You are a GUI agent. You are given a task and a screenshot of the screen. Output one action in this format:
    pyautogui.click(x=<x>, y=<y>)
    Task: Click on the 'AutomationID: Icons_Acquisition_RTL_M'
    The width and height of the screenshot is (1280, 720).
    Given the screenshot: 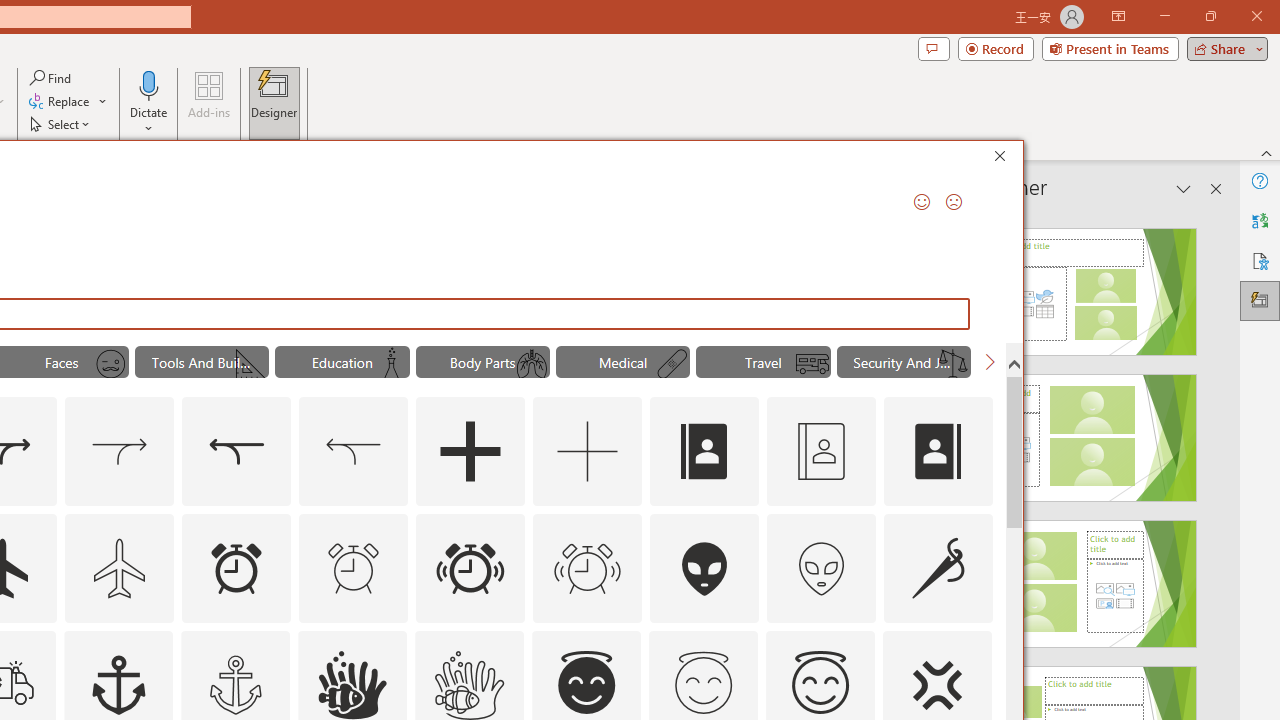 What is the action you would take?
    pyautogui.click(x=353, y=452)
    